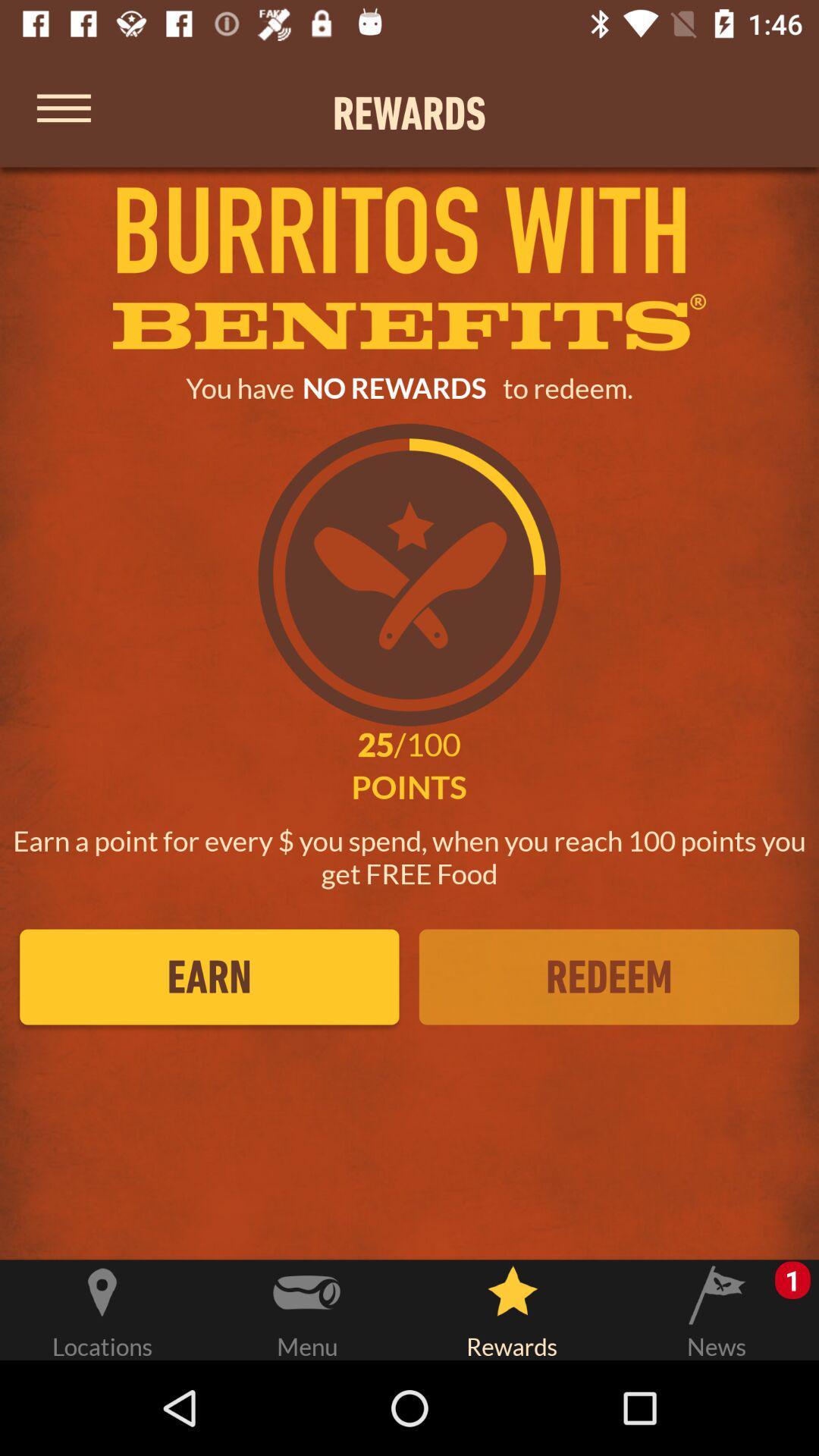 The width and height of the screenshot is (819, 1456). Describe the element at coordinates (512, 1307) in the screenshot. I see `rewards` at that location.